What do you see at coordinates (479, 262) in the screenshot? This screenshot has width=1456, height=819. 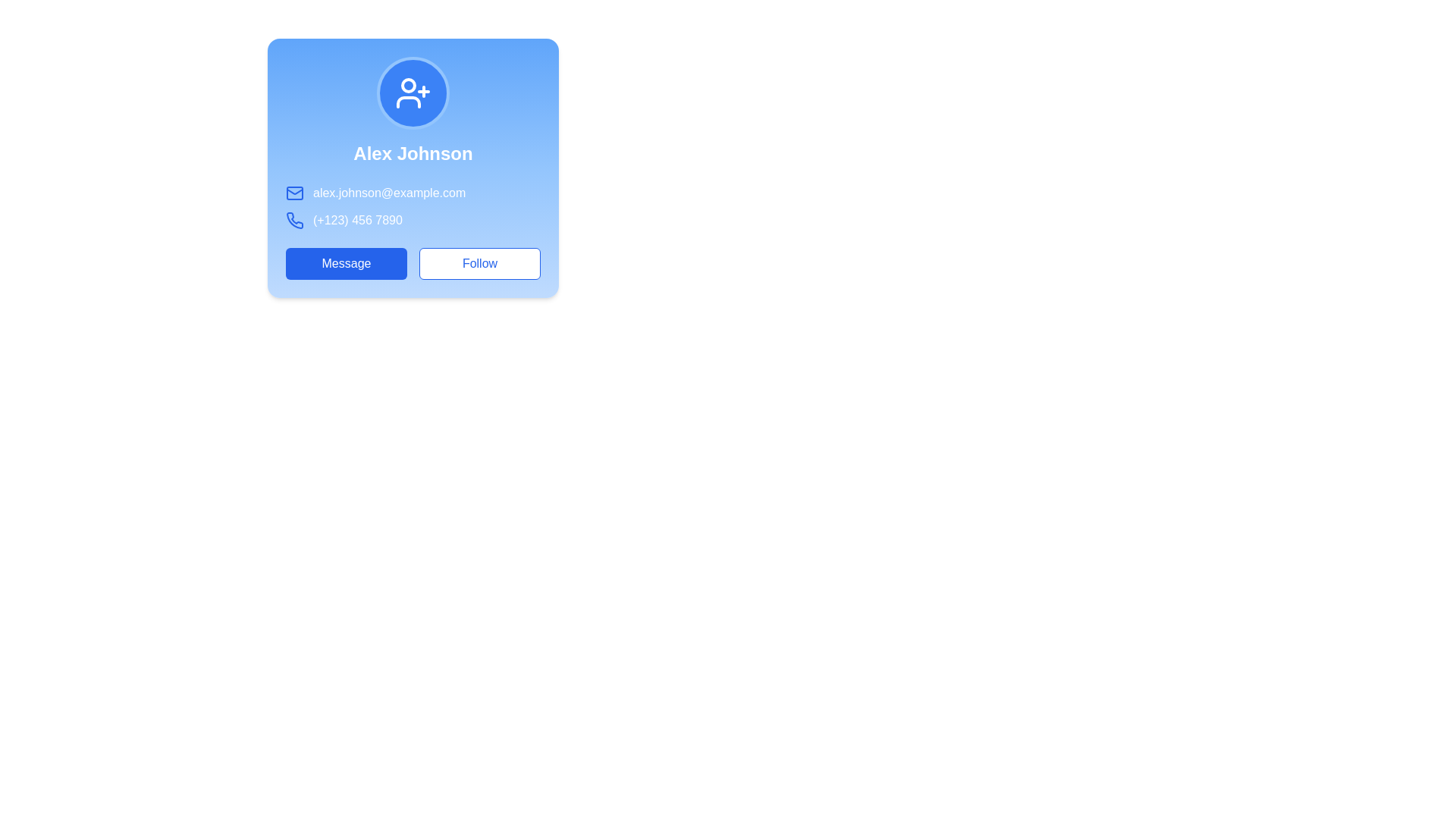 I see `the 'Follow' button located to the right of the 'Message' button at the bottom-right of the user profile card to follow the user` at bounding box center [479, 262].